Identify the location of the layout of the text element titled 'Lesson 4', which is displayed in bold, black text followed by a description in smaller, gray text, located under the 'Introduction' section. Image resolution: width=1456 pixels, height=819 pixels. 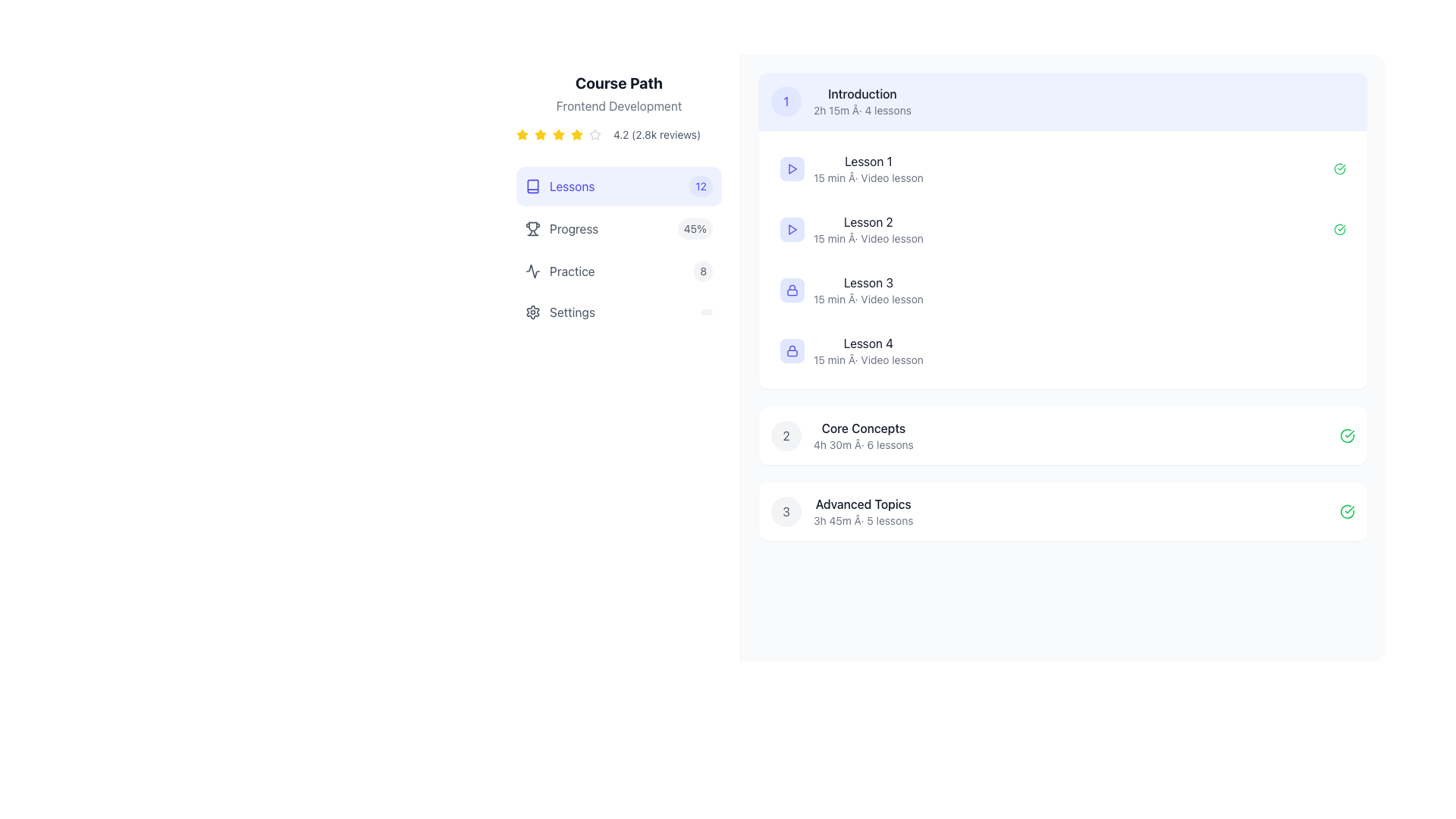
(868, 350).